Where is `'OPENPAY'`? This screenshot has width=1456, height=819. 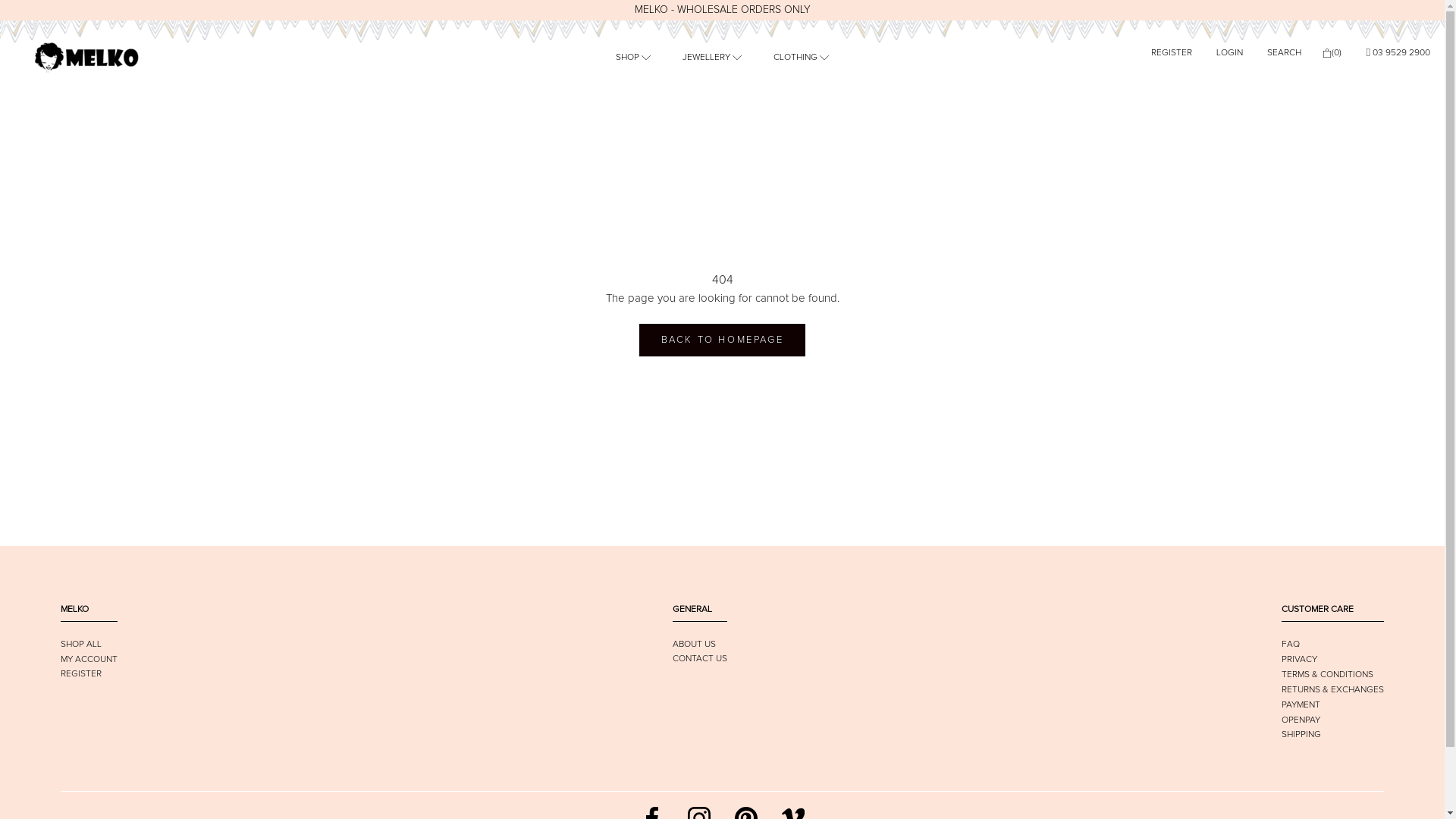 'OPENPAY' is located at coordinates (1280, 719).